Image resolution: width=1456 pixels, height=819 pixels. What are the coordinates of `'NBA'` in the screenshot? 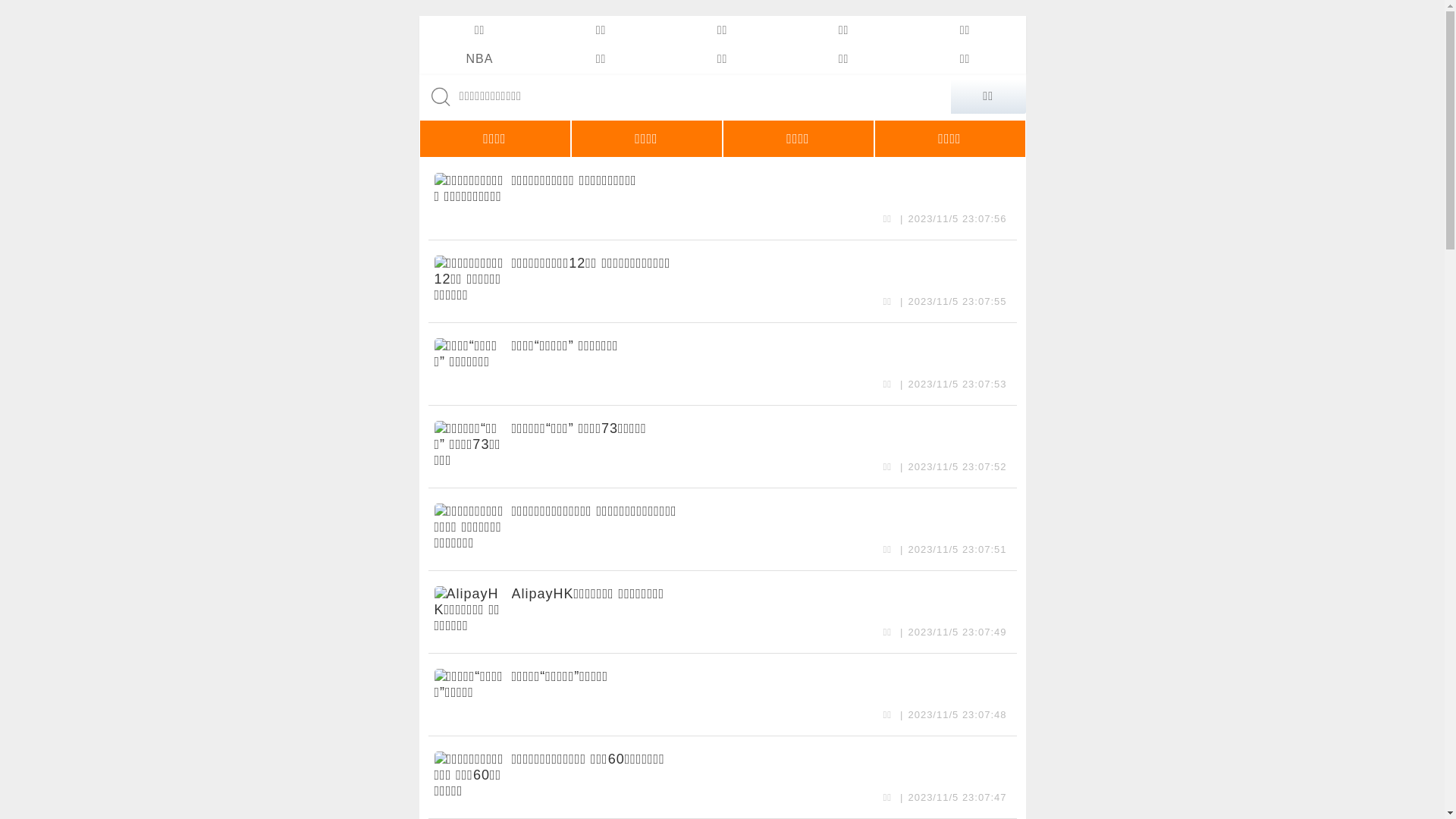 It's located at (479, 58).